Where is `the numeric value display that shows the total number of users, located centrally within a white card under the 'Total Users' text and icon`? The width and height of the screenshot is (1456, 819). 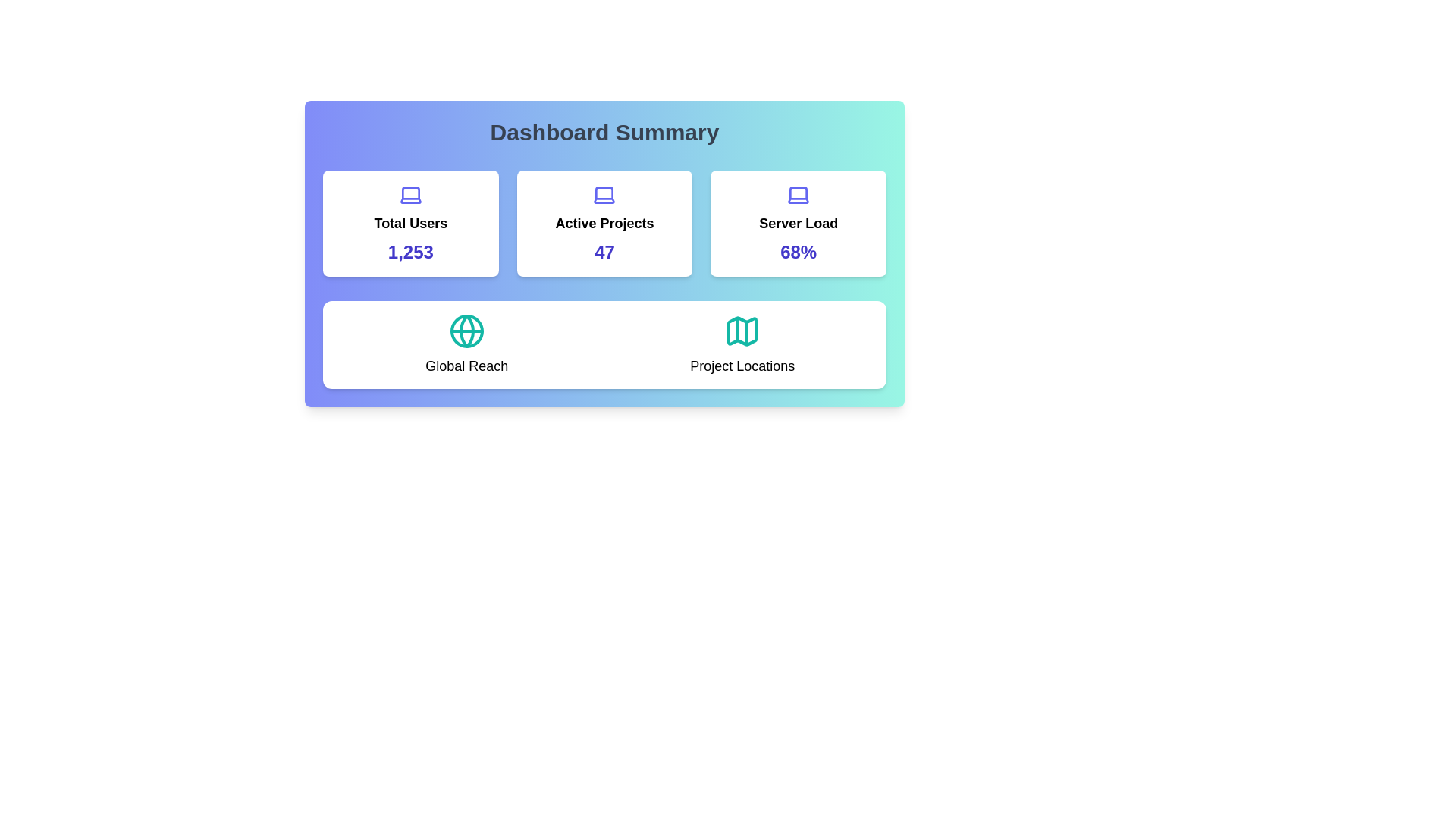 the numeric value display that shows the total number of users, located centrally within a white card under the 'Total Users' text and icon is located at coordinates (410, 251).